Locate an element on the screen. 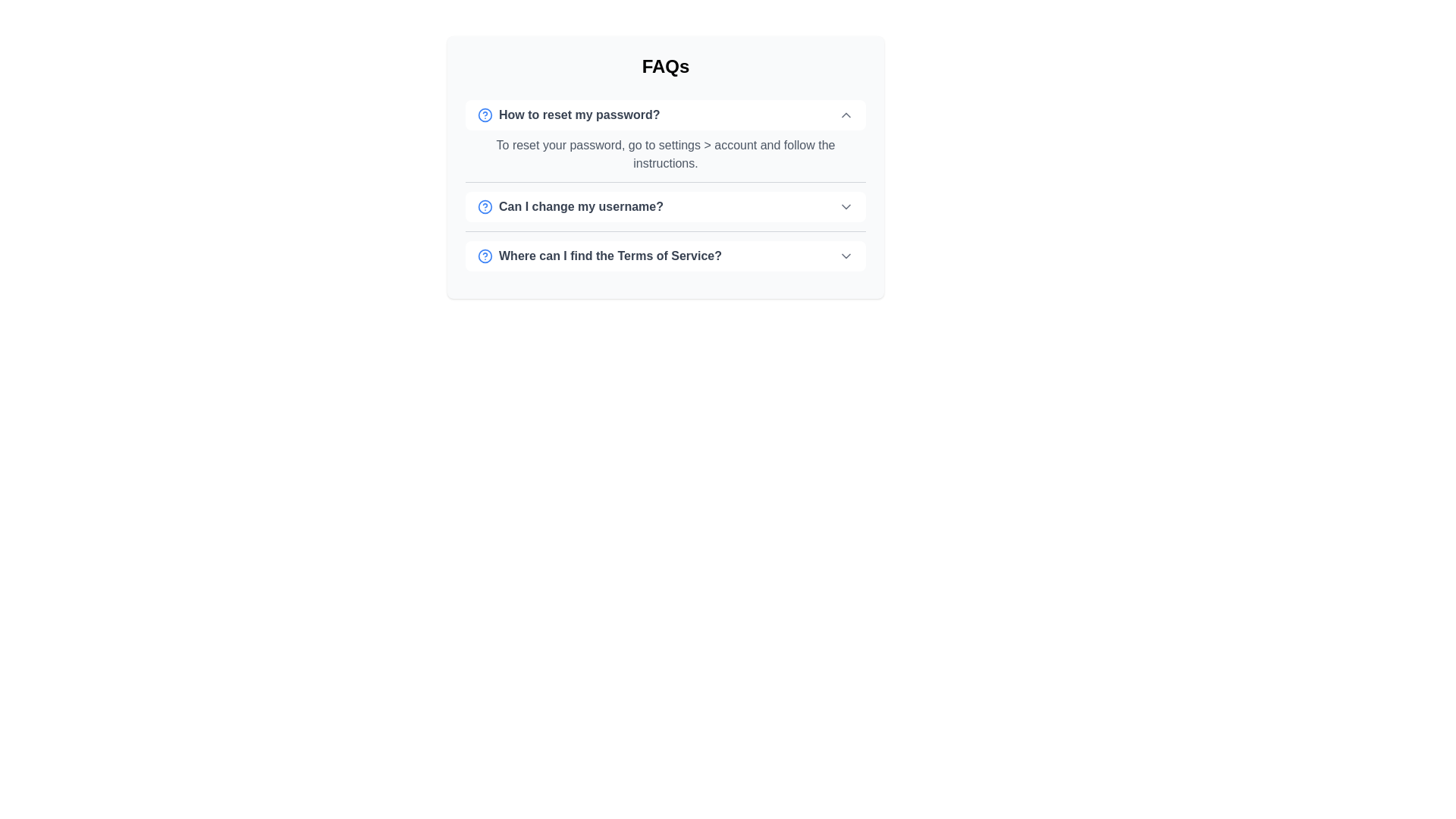 The image size is (1456, 819). the upward-pointing gray chevron icon located to the right of the text in the 'How to reset my password?' row in the FAQ section is located at coordinates (846, 114).